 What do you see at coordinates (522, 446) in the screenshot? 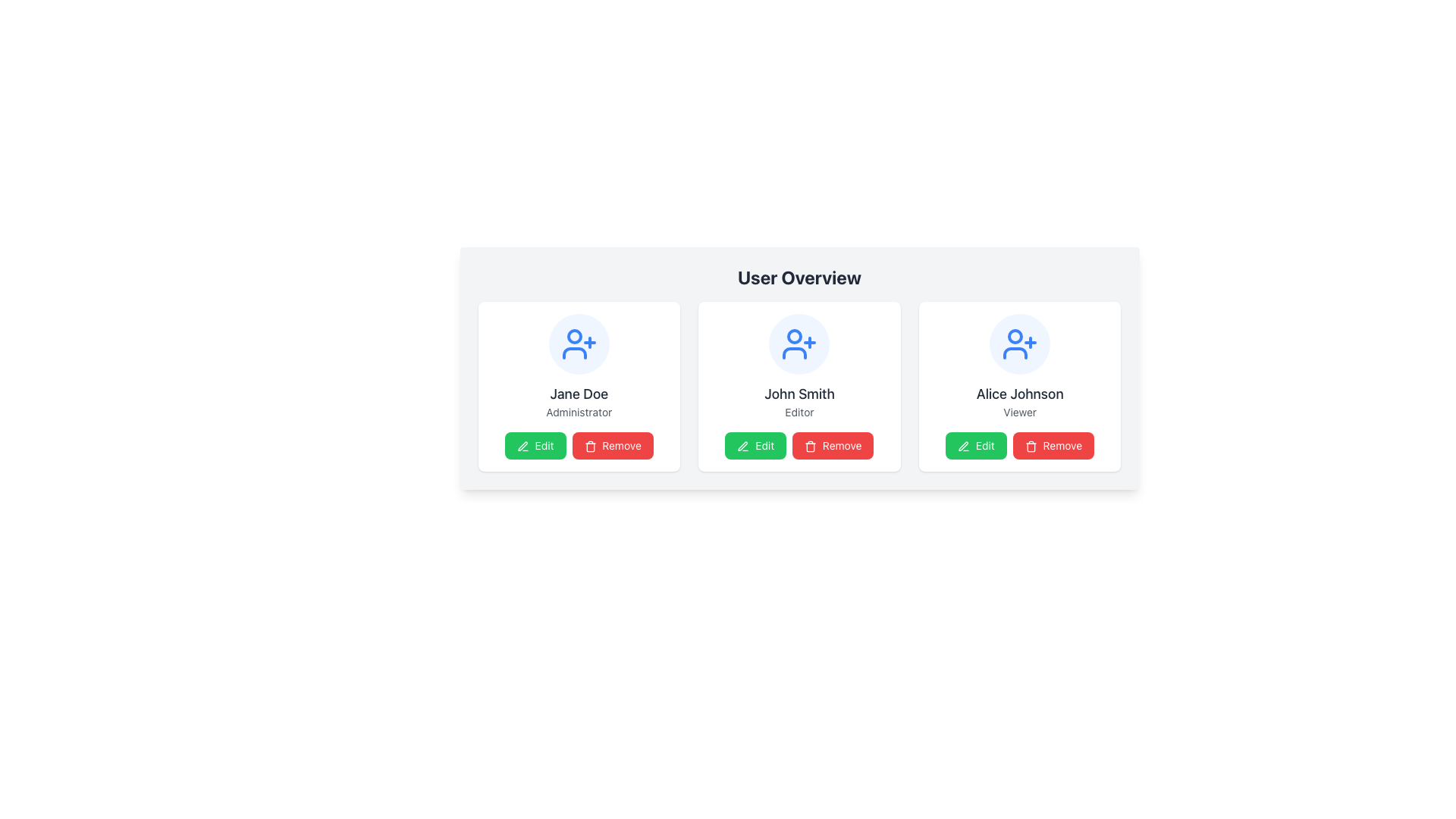
I see `the 'Edit' icon located to the left of the text 'Edit' in the button of Jane Doe's user card in the User Overview section` at bounding box center [522, 446].